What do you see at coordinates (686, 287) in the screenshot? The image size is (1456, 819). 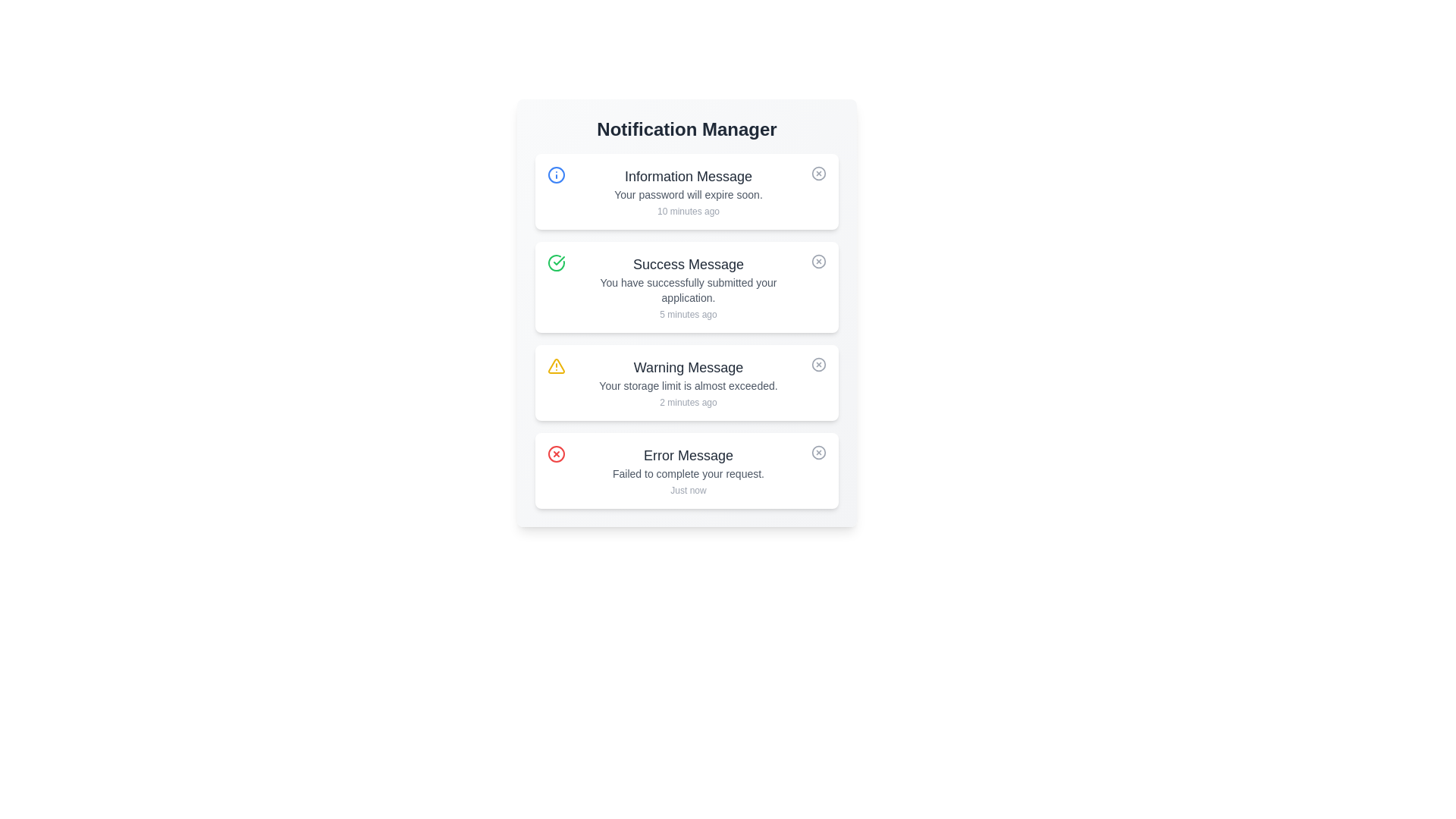 I see `the notification card that informs the user about the successful application submission, which is the second card in a vertical list of notifications` at bounding box center [686, 287].